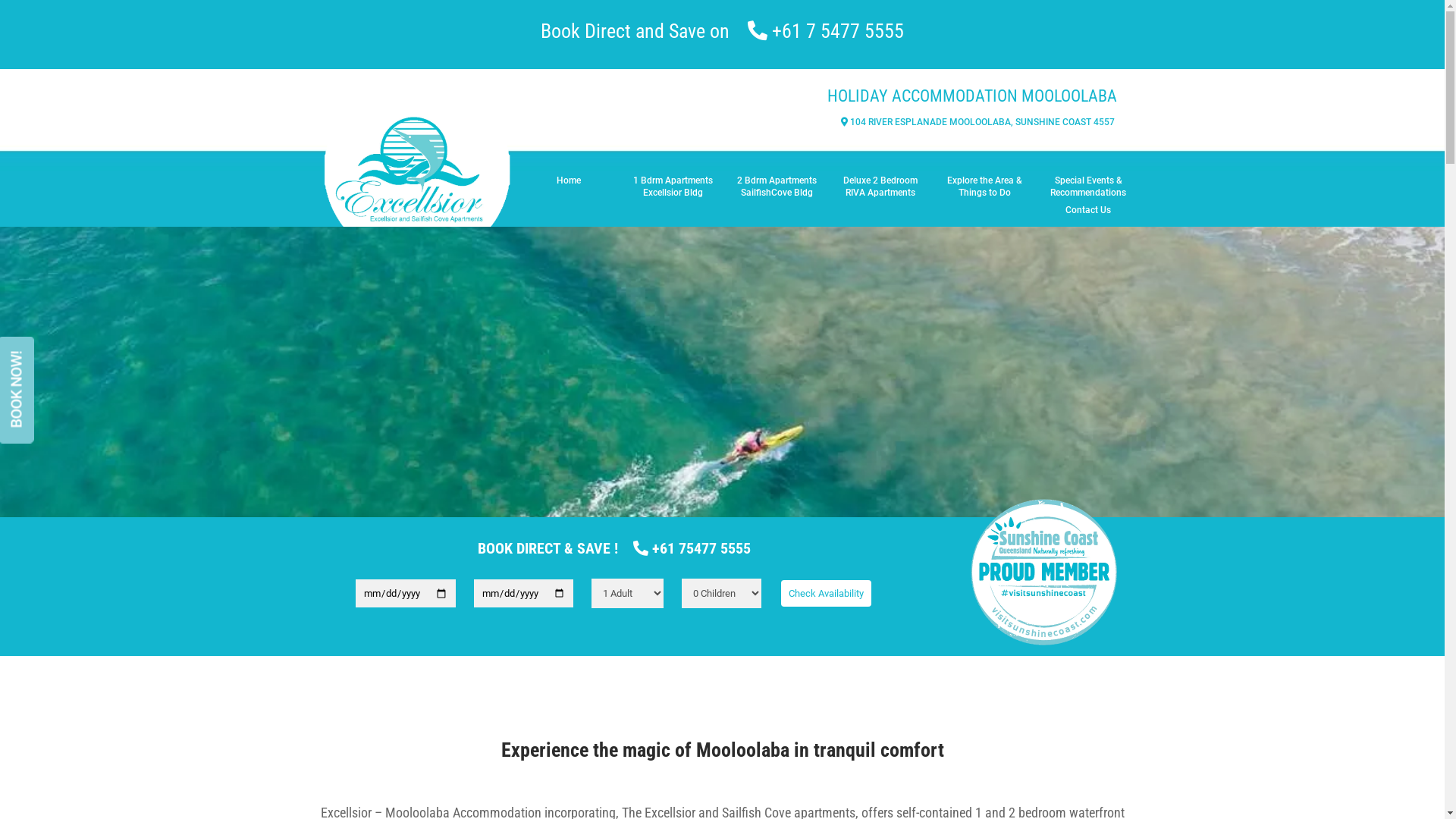 The height and width of the screenshot is (819, 1456). I want to click on 'Contact Us', so click(1087, 210).